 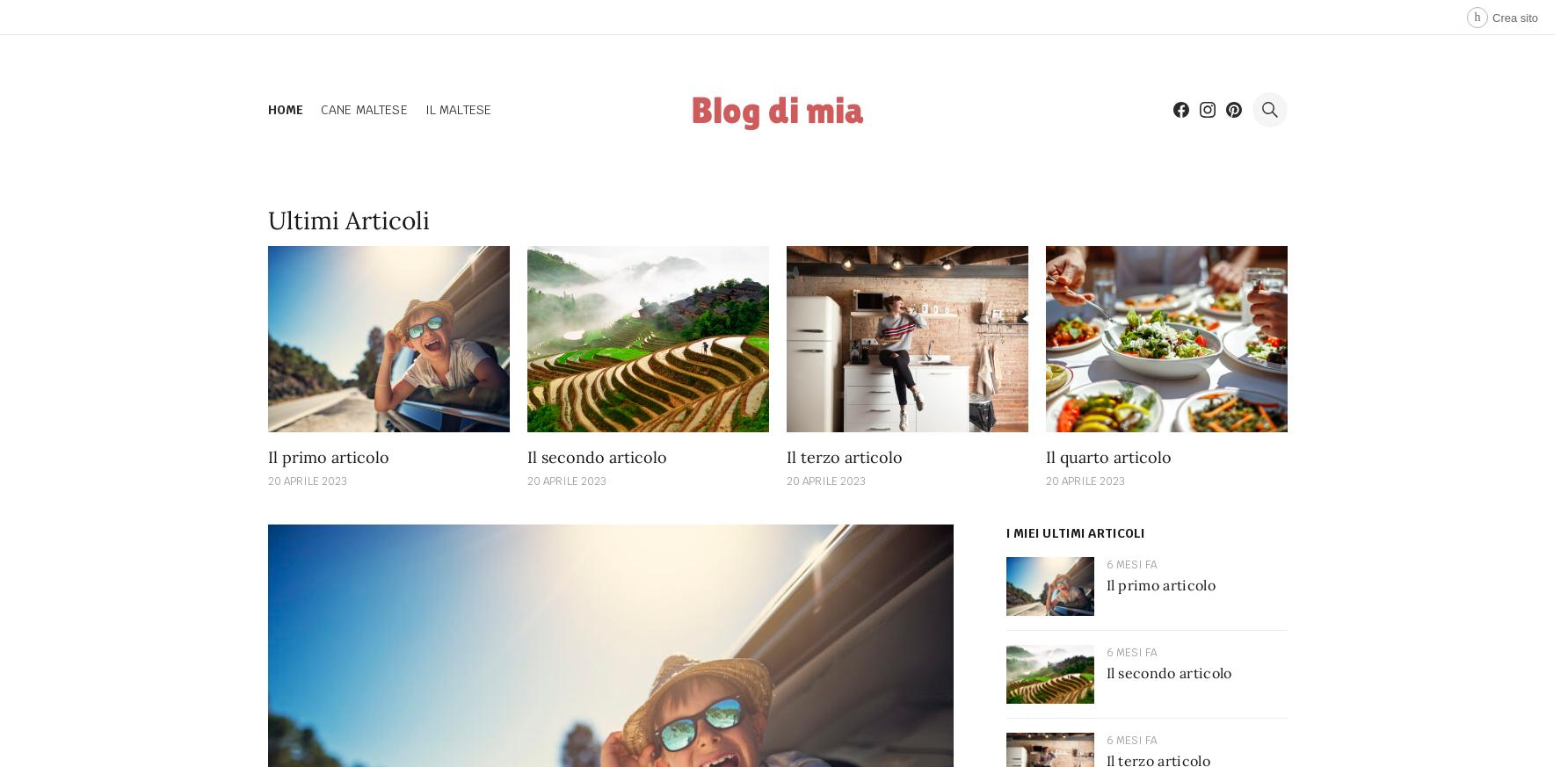 I want to click on 'Il terzo articolo', so click(x=843, y=457).